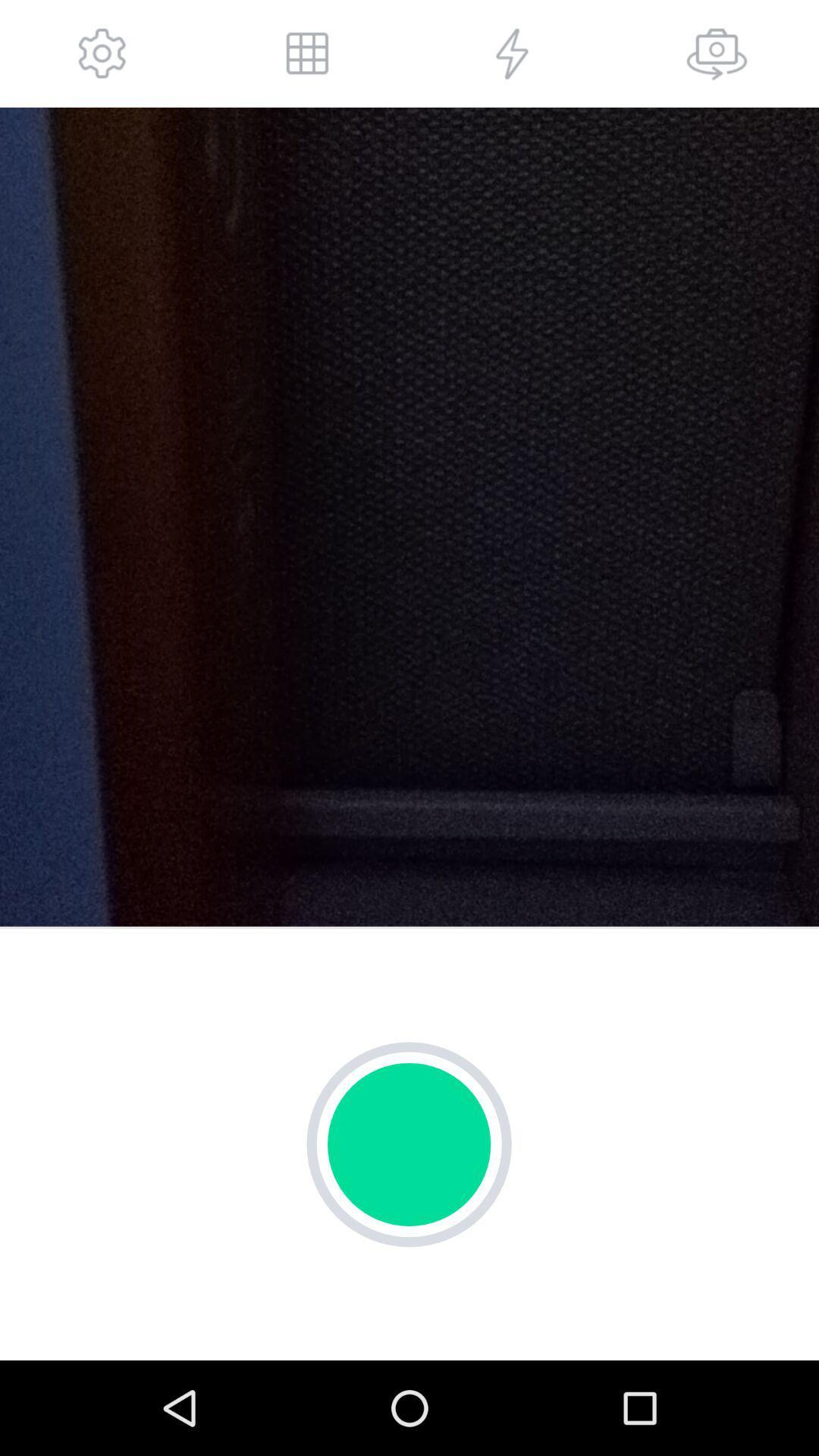  What do you see at coordinates (512, 53) in the screenshot?
I see `flash` at bounding box center [512, 53].